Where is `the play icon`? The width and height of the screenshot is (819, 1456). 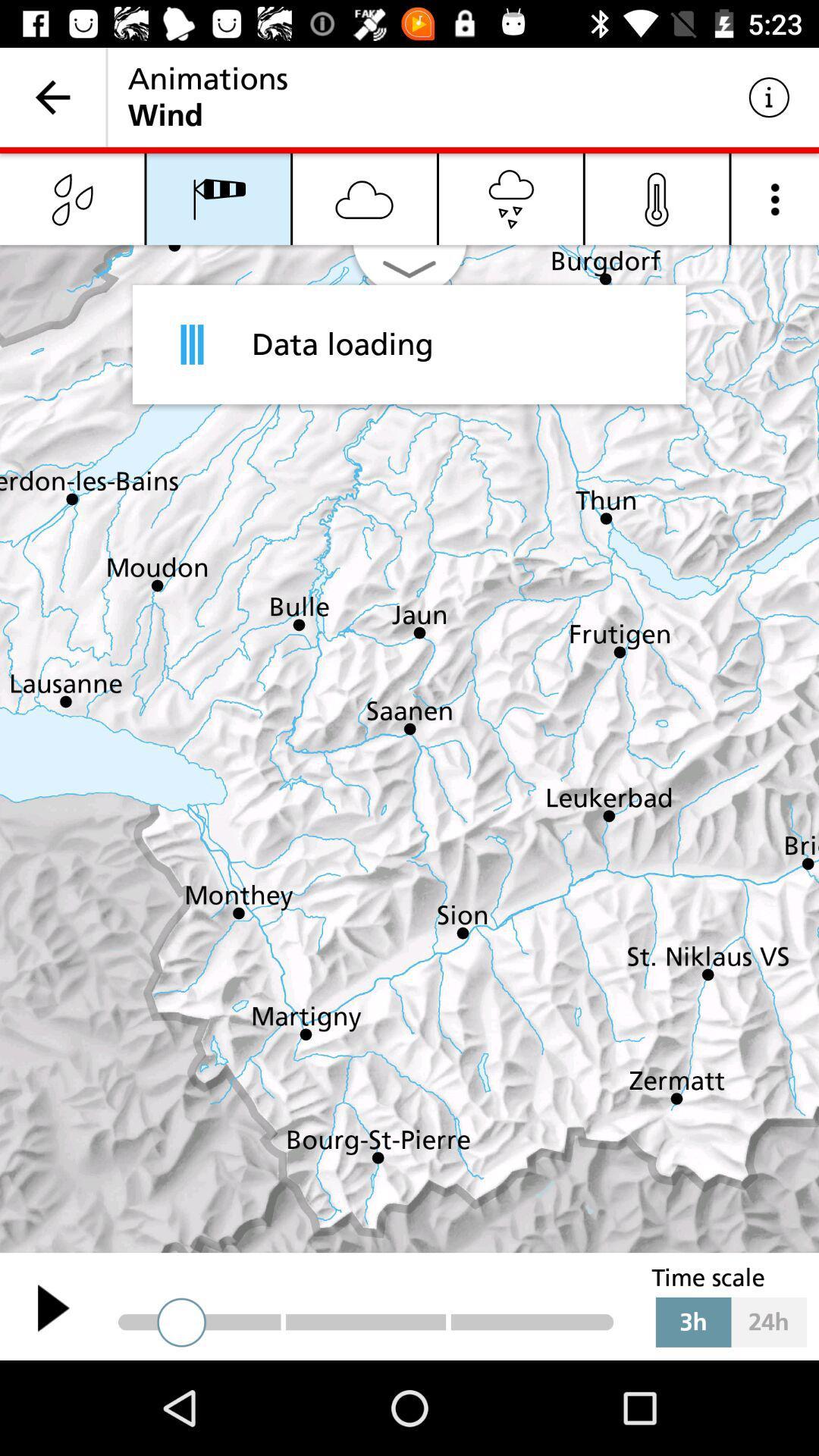
the play icon is located at coordinates (52, 1307).